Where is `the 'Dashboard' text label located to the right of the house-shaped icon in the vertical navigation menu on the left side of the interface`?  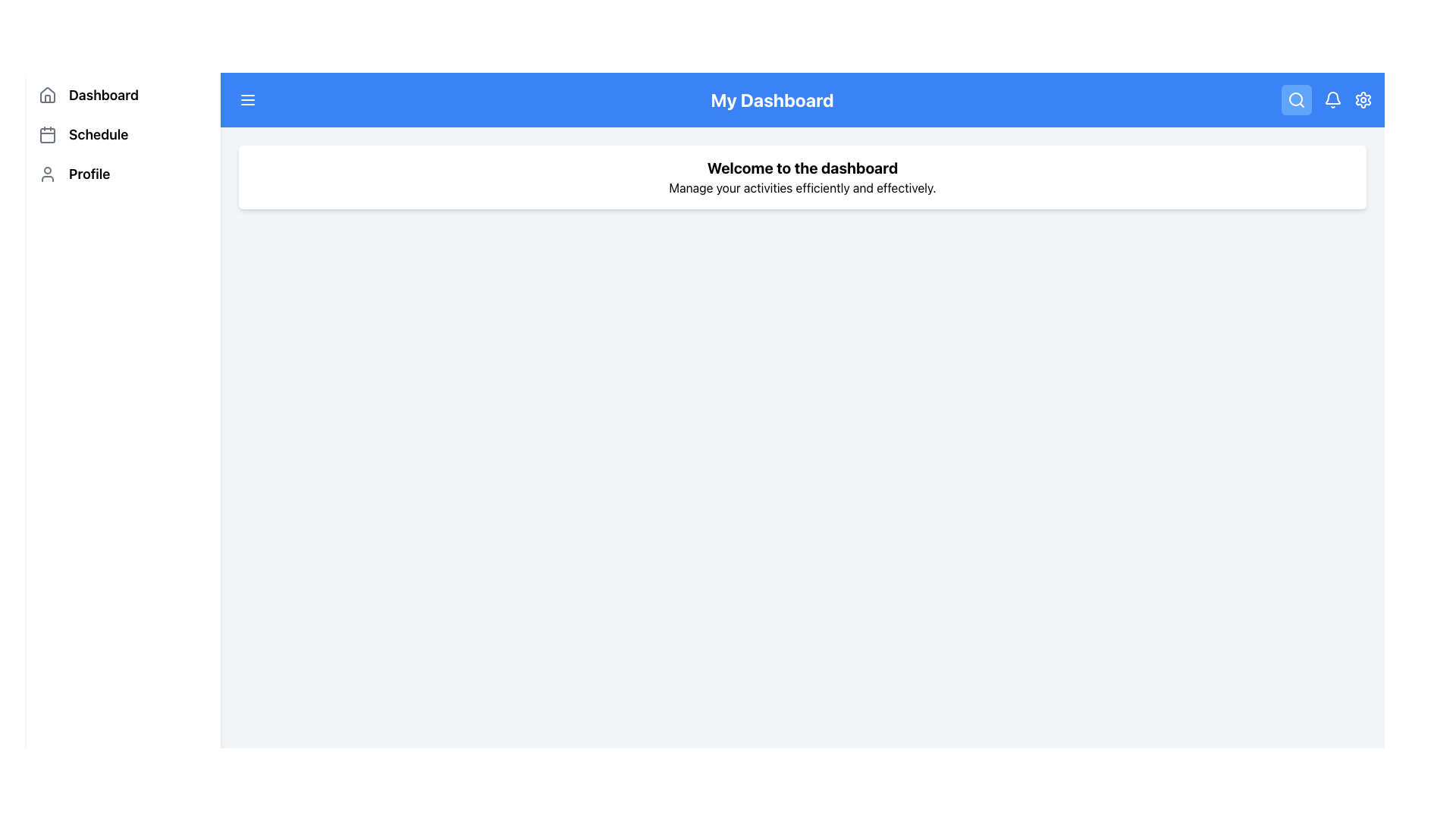
the 'Dashboard' text label located to the right of the house-shaped icon in the vertical navigation menu on the left side of the interface is located at coordinates (103, 96).